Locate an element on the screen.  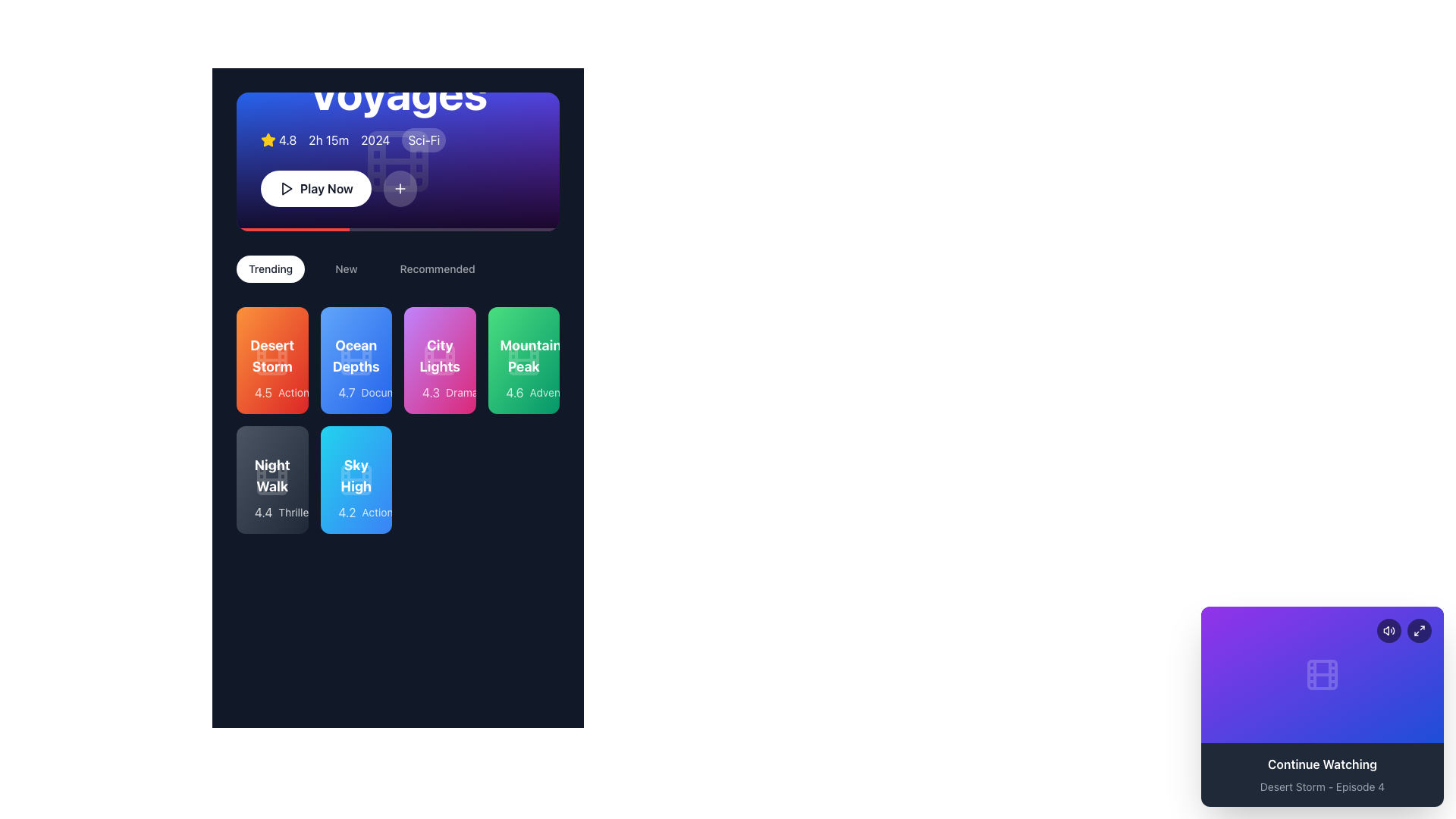
the triangular 'Play' icon located within the circular 'Play Now' button in the main header section to initiate playback is located at coordinates (287, 187).